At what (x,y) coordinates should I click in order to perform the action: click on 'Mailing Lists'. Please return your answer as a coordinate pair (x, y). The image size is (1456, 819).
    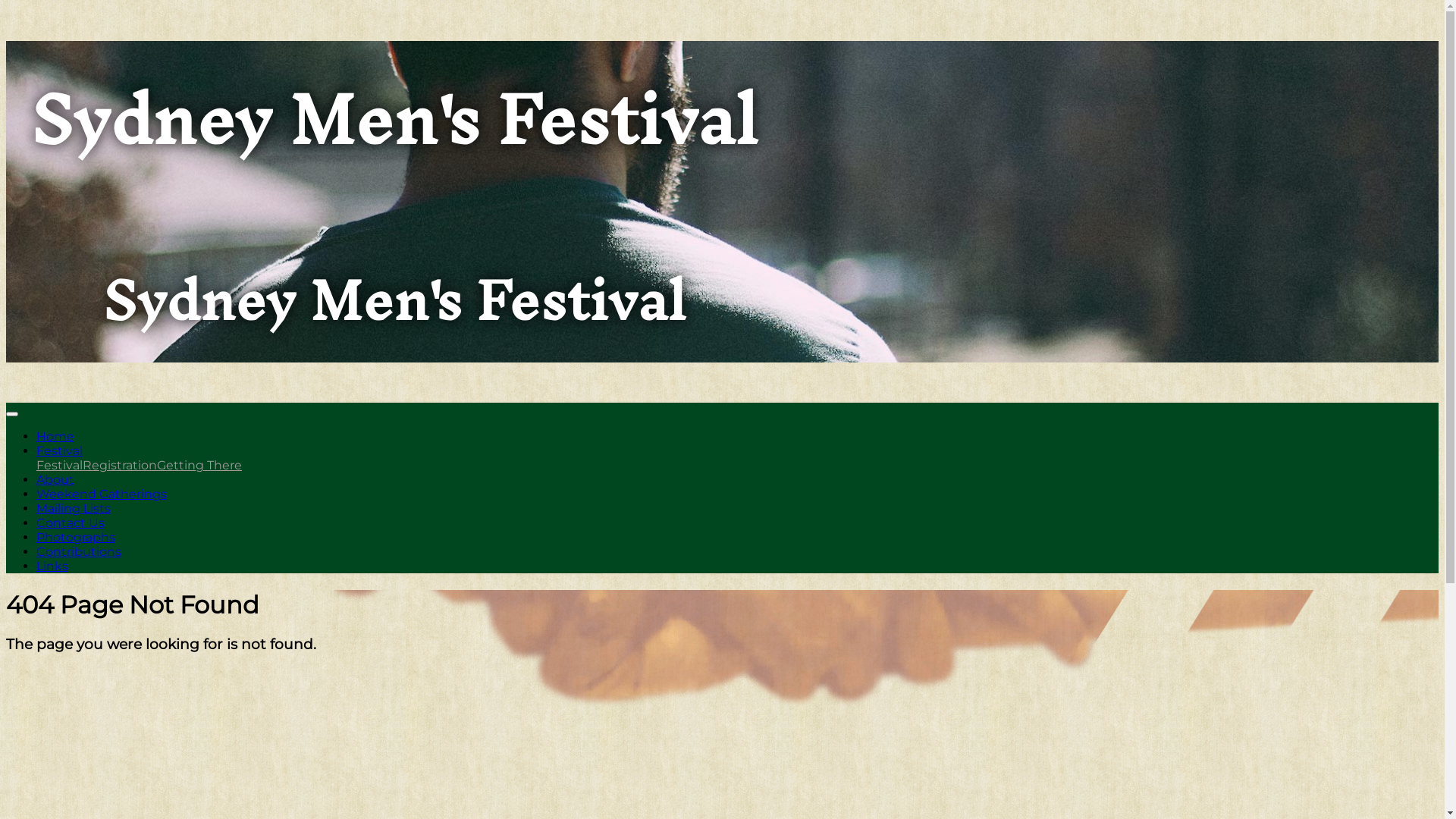
    Looking at the image, I should click on (72, 508).